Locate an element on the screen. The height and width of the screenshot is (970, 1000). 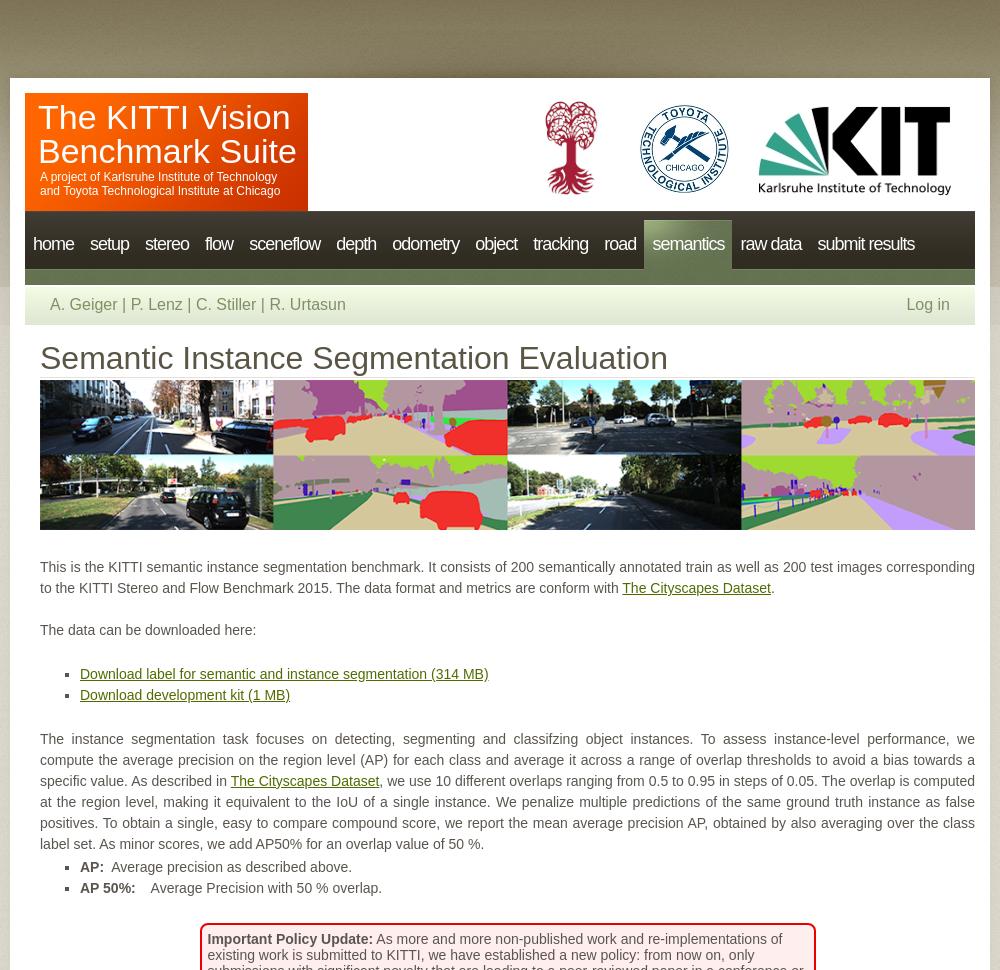
'pixel-level' is located at coordinates (684, 275).